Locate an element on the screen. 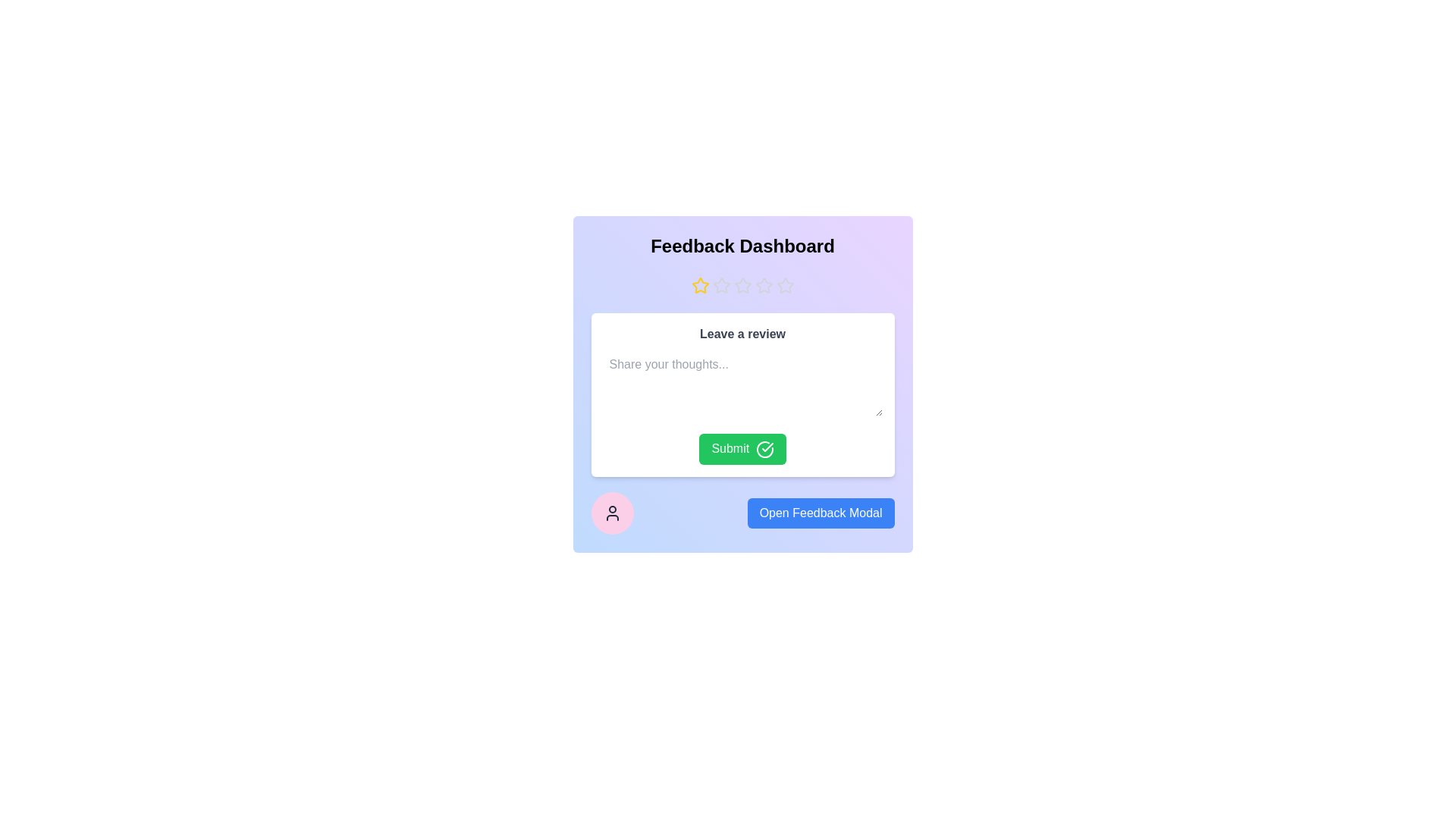 The image size is (1456, 819). the circular SVG component forming part of the check icon located to the right of the 'Submit' button label in the feedback form is located at coordinates (764, 448).